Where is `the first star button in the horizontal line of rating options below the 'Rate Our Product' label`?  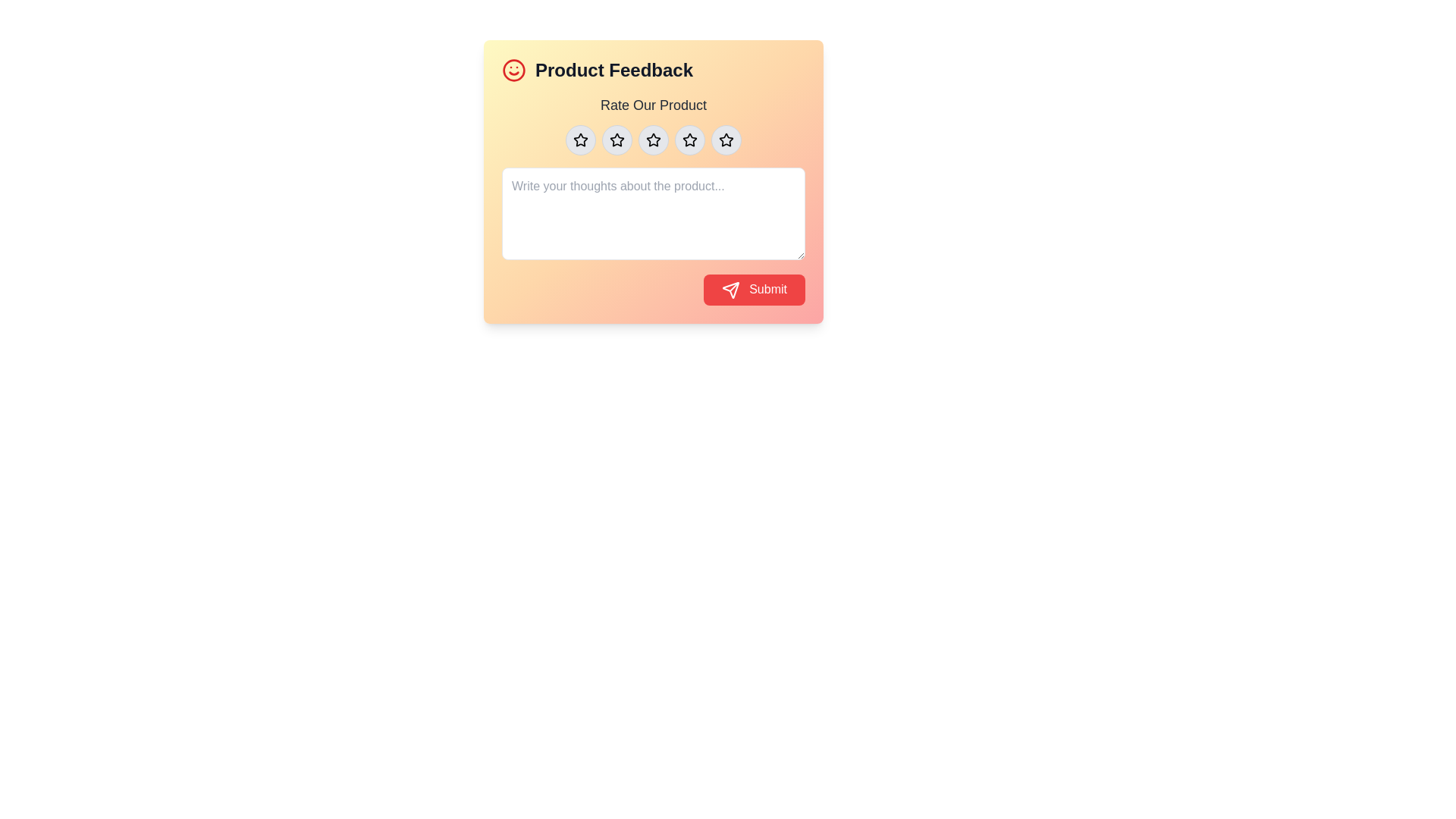 the first star button in the horizontal line of rating options below the 'Rate Our Product' label is located at coordinates (580, 140).